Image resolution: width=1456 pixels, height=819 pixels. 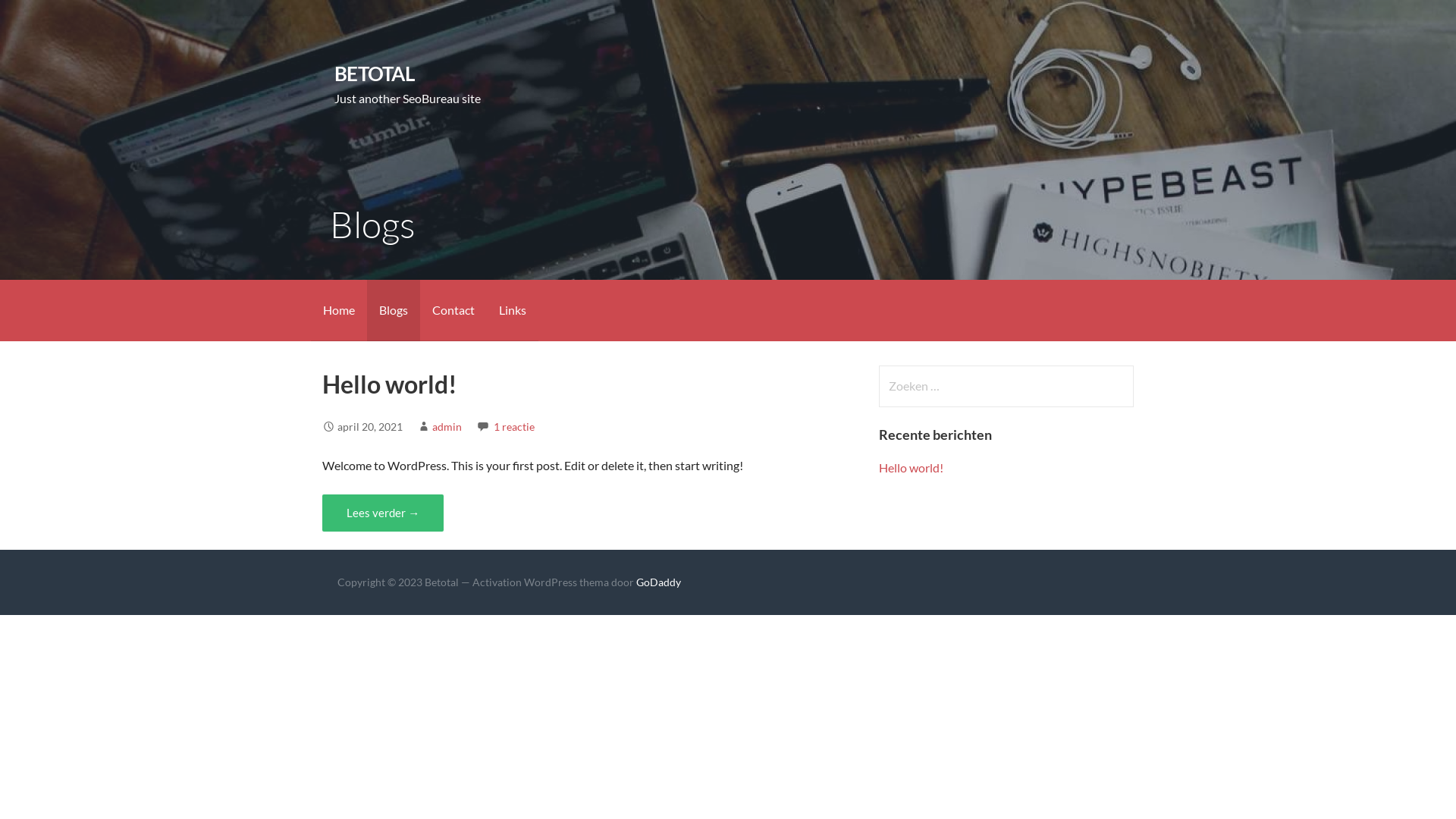 I want to click on 'GoDaddy', so click(x=658, y=581).